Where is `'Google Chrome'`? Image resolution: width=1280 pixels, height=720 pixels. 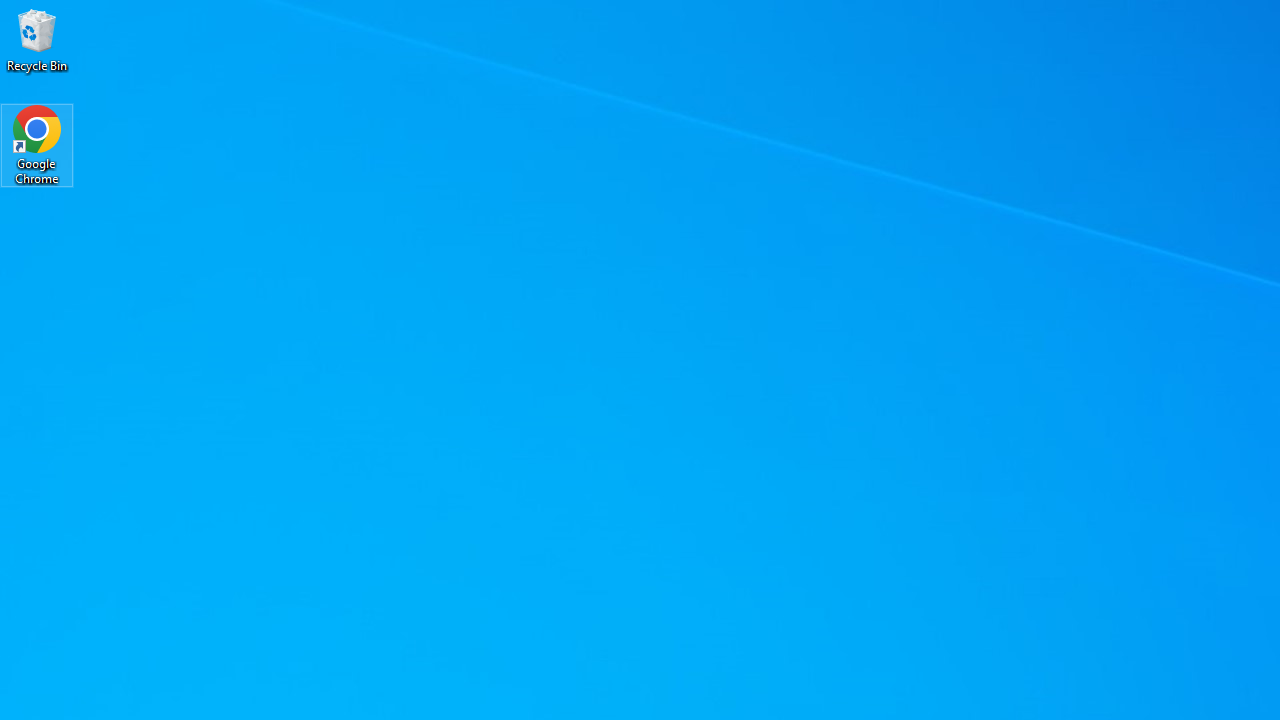 'Google Chrome' is located at coordinates (37, 144).